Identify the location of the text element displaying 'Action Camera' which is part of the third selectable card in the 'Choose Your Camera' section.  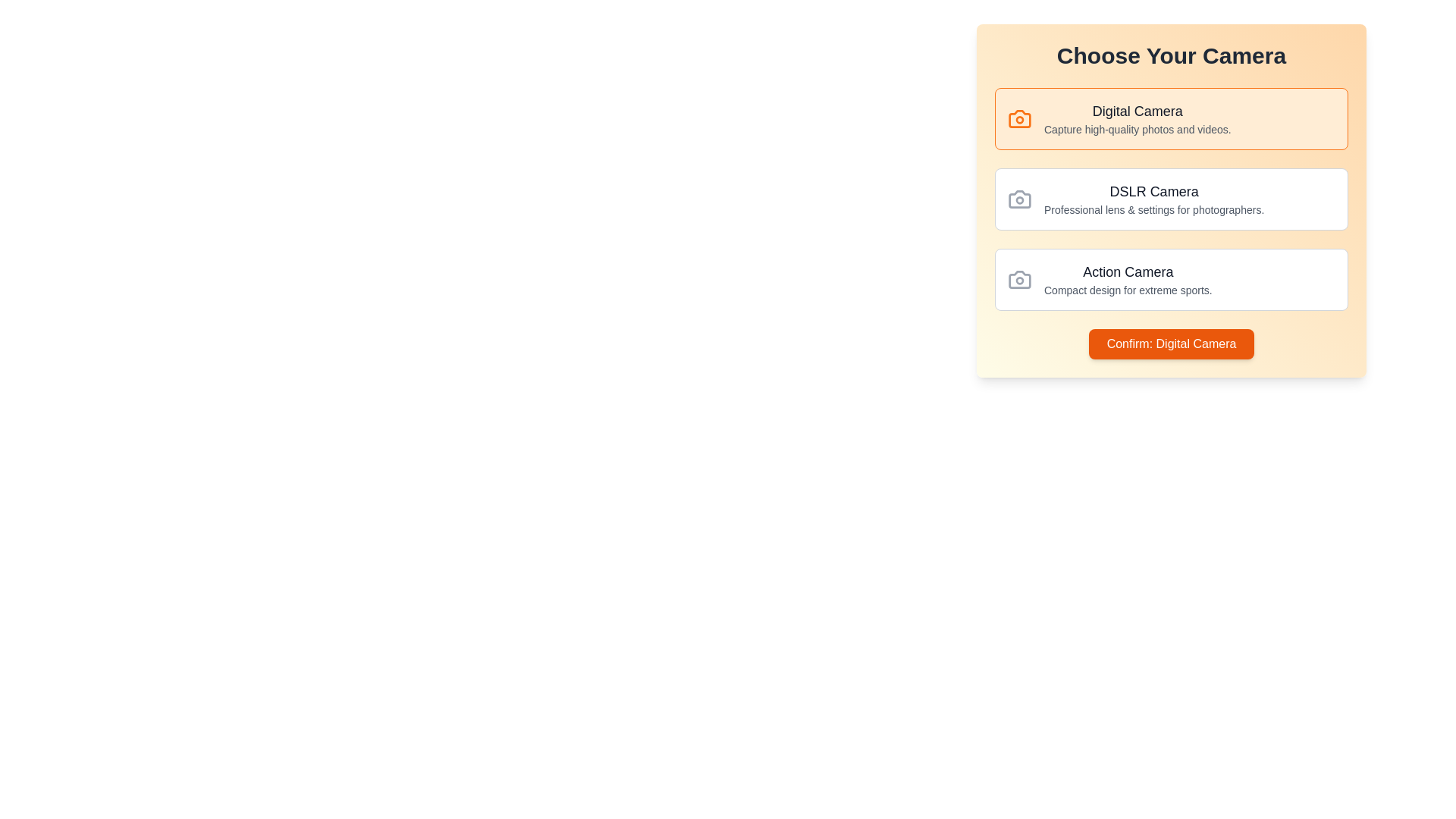
(1128, 280).